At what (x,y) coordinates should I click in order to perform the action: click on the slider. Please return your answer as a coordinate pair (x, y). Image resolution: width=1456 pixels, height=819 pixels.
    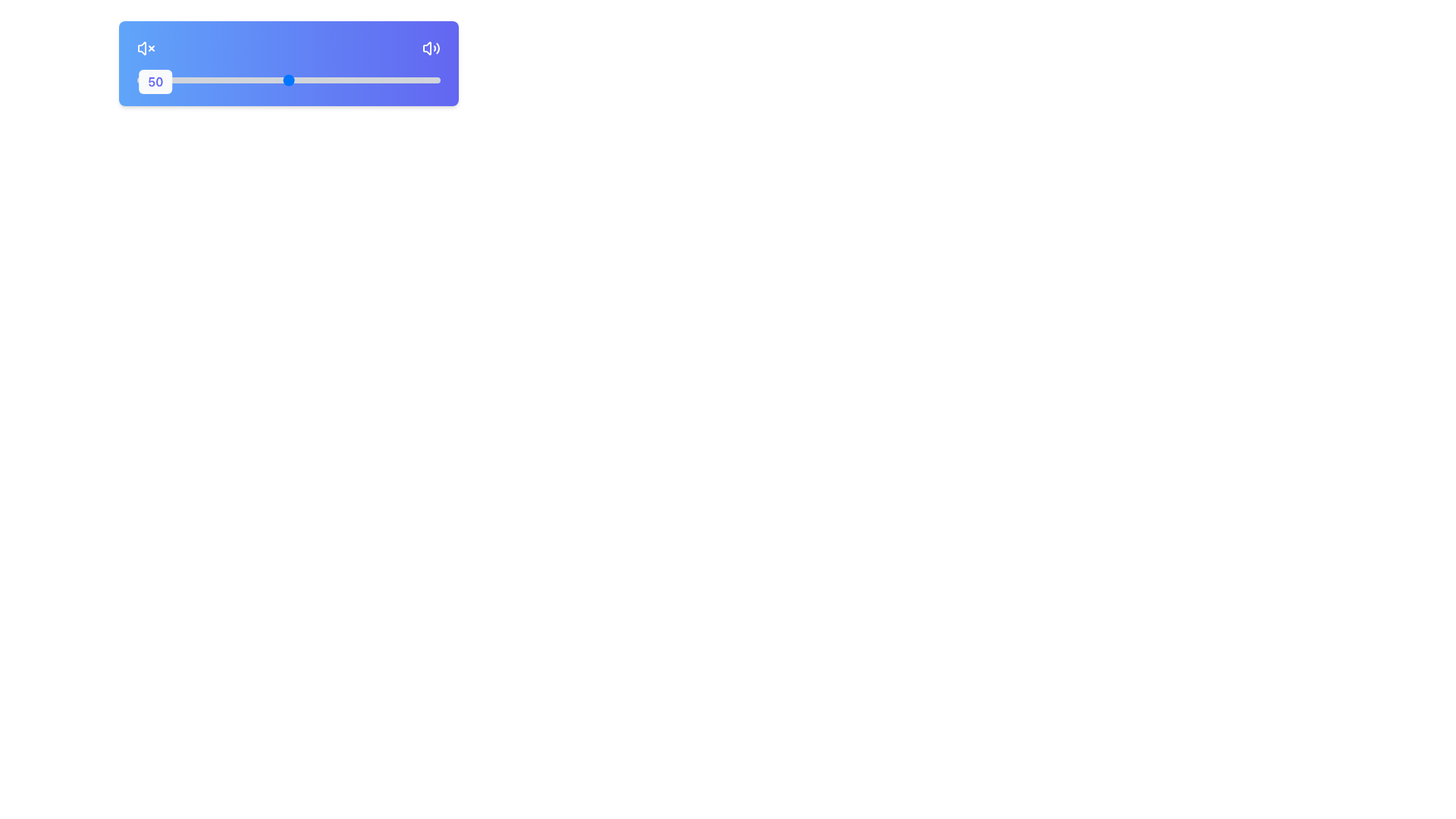
    Looking at the image, I should click on (179, 80).